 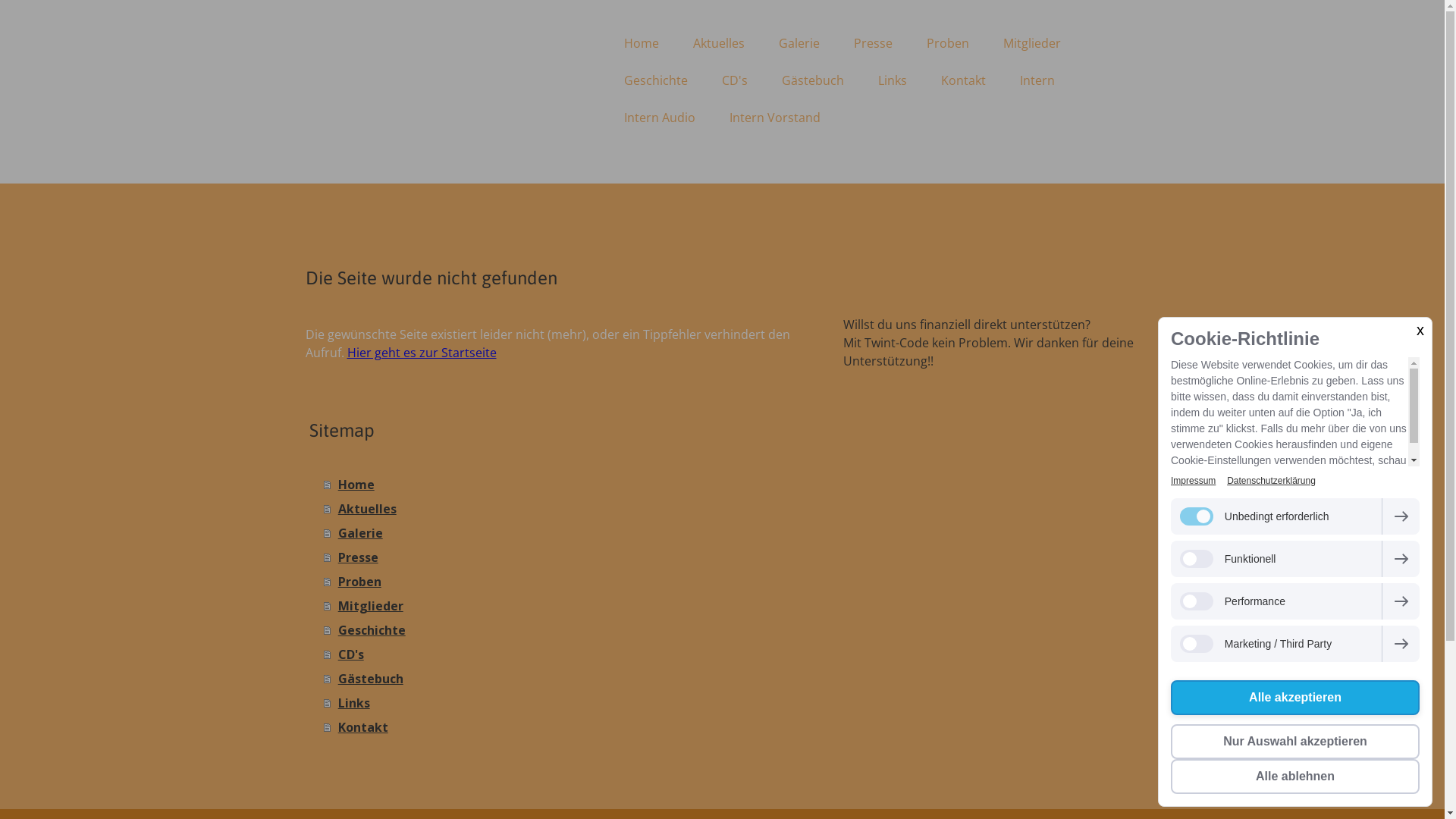 I want to click on 'Intern Vorstand', so click(x=775, y=116).